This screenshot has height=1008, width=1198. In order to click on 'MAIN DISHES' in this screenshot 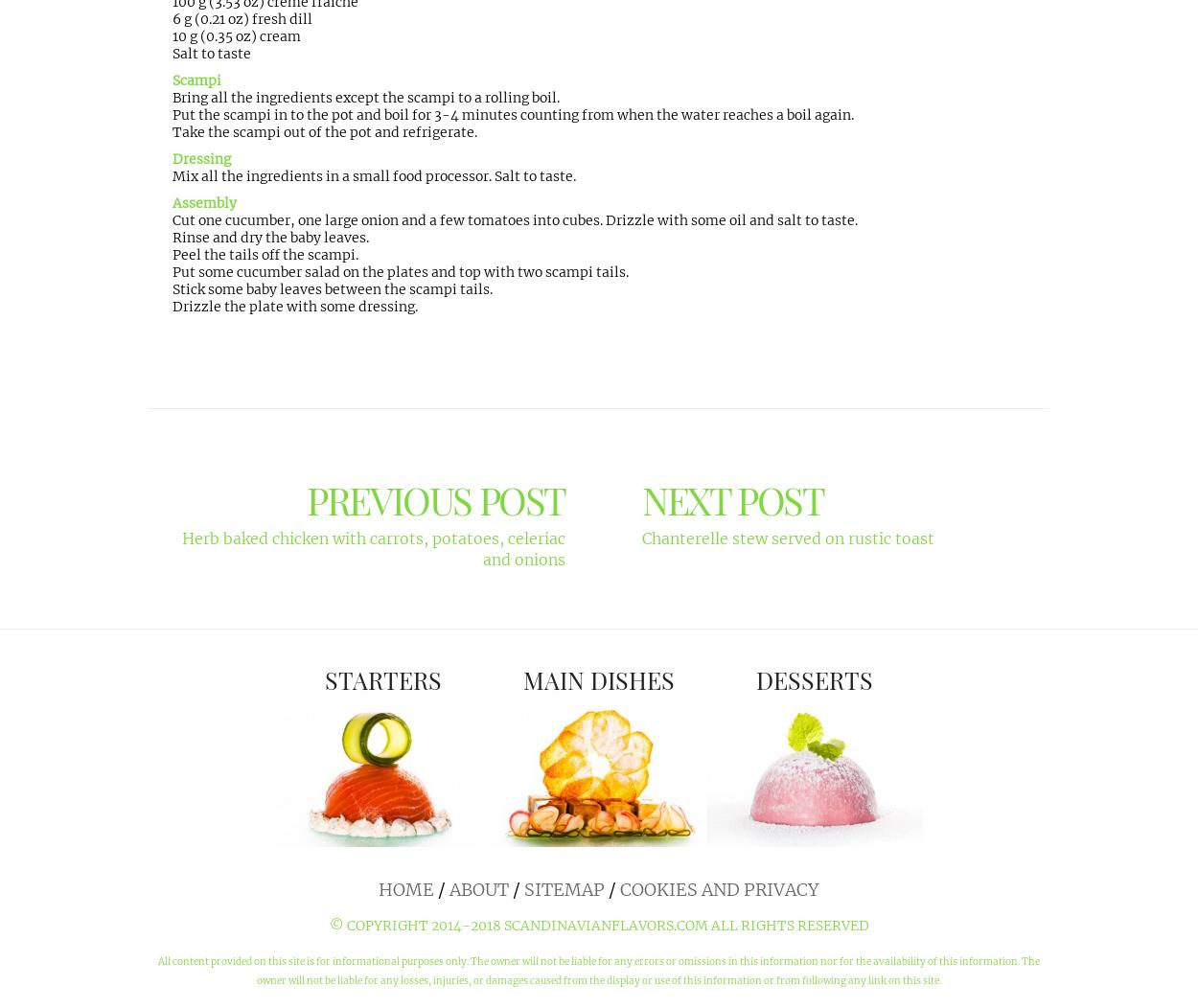, I will do `click(599, 679)`.